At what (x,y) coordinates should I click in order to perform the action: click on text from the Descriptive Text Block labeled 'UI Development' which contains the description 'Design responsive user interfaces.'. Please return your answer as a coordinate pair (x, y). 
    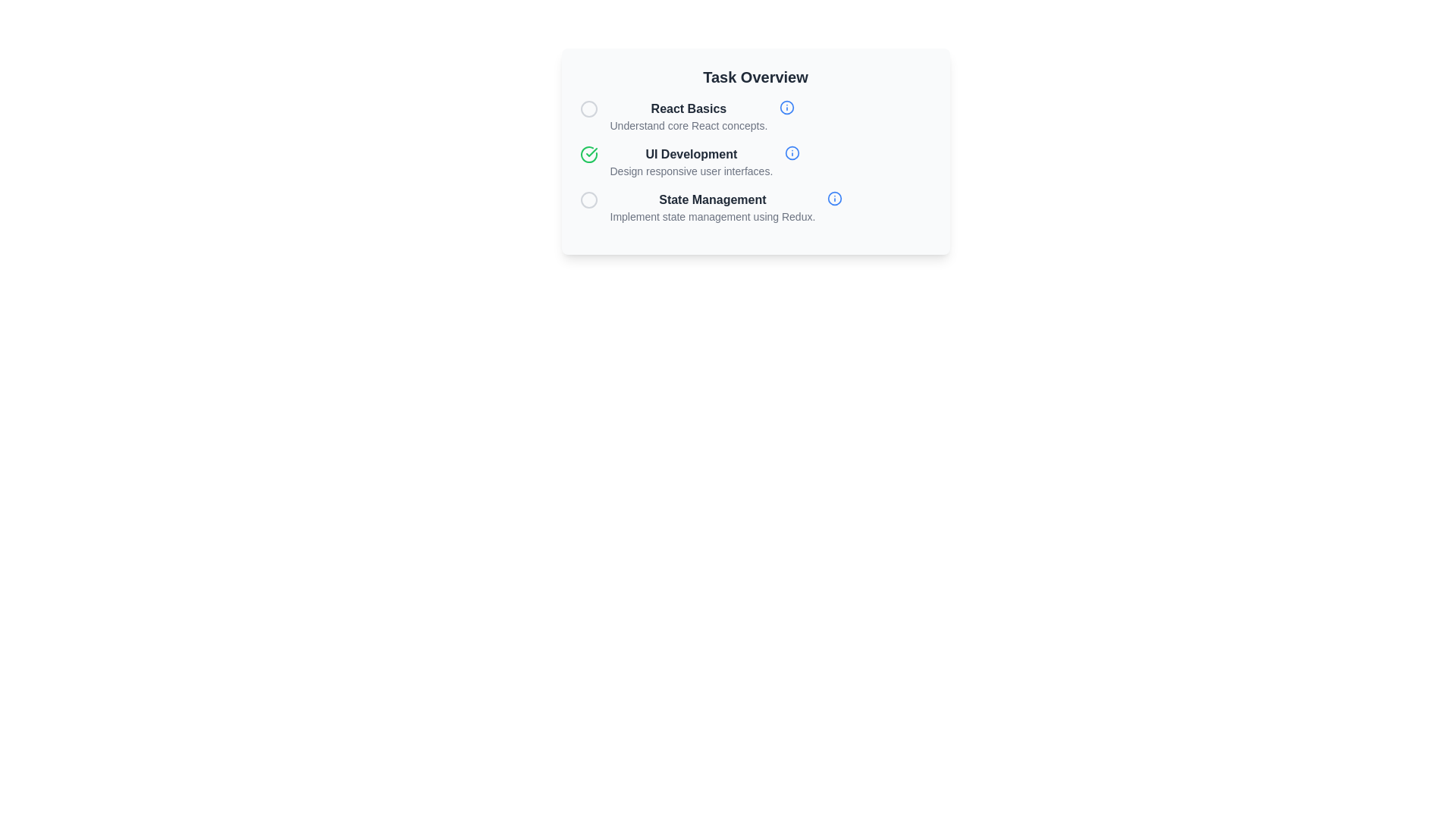
    Looking at the image, I should click on (755, 162).